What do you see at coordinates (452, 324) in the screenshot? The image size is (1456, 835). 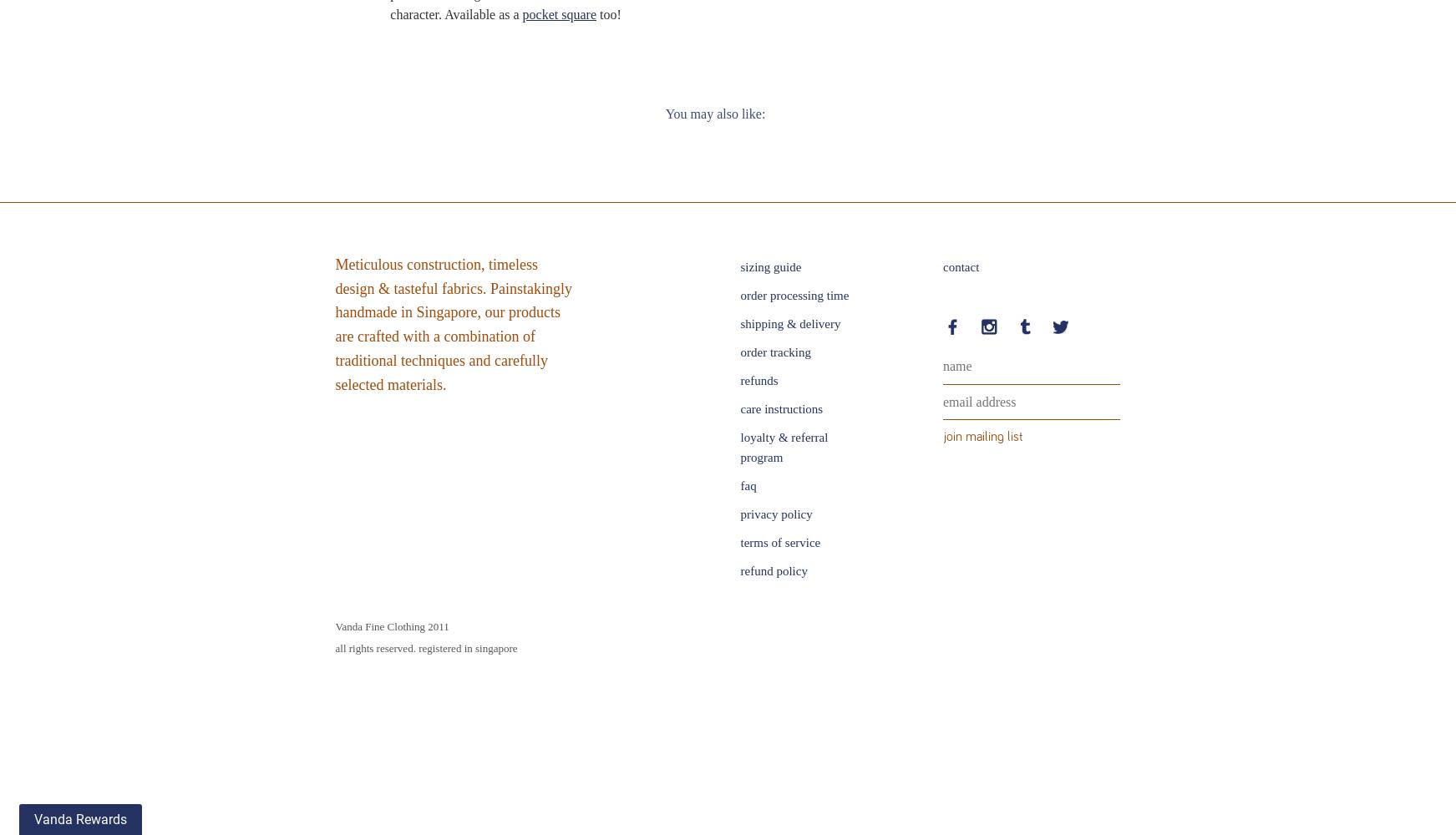 I see `'Meticulous construction, timeless design & tasteful fabrics. Painstakingly handmade in Singapore, our products are crafted with a combination of traditional techniques and carefully selected materials.'` at bounding box center [452, 324].